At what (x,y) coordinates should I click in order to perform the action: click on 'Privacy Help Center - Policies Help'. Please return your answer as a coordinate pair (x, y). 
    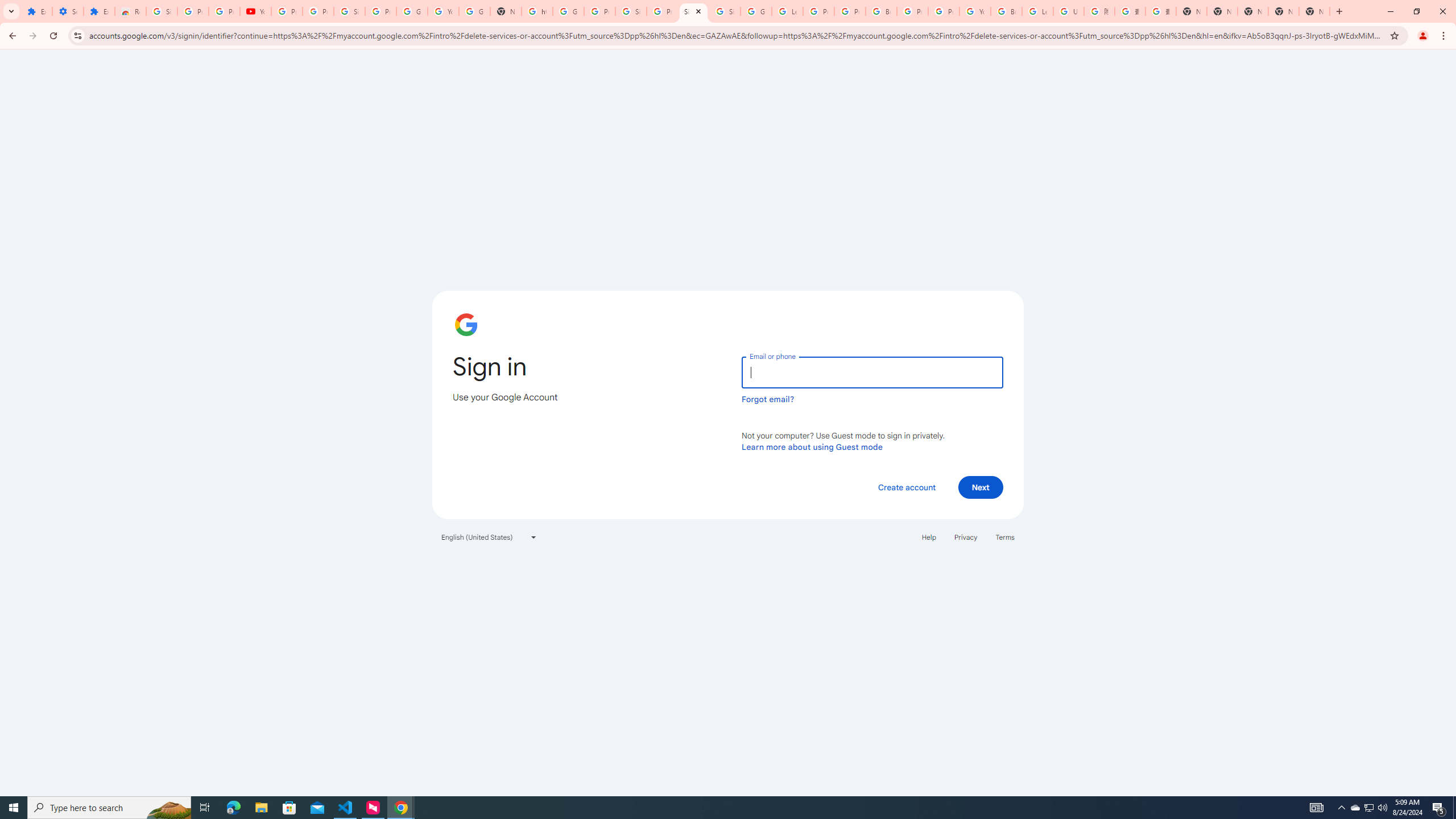
    Looking at the image, I should click on (818, 11).